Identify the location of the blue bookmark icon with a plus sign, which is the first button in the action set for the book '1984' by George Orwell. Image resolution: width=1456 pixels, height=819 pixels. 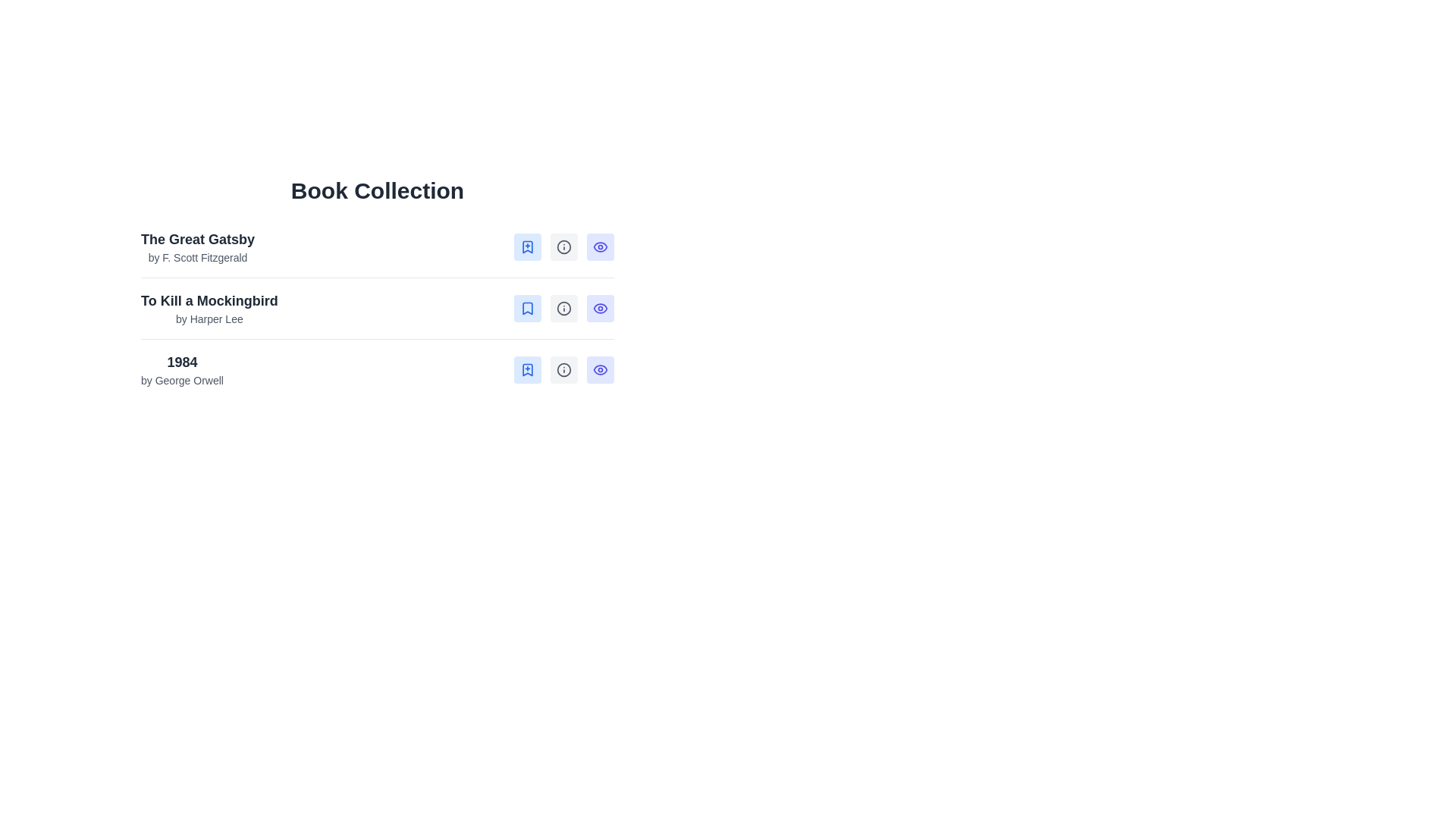
(528, 370).